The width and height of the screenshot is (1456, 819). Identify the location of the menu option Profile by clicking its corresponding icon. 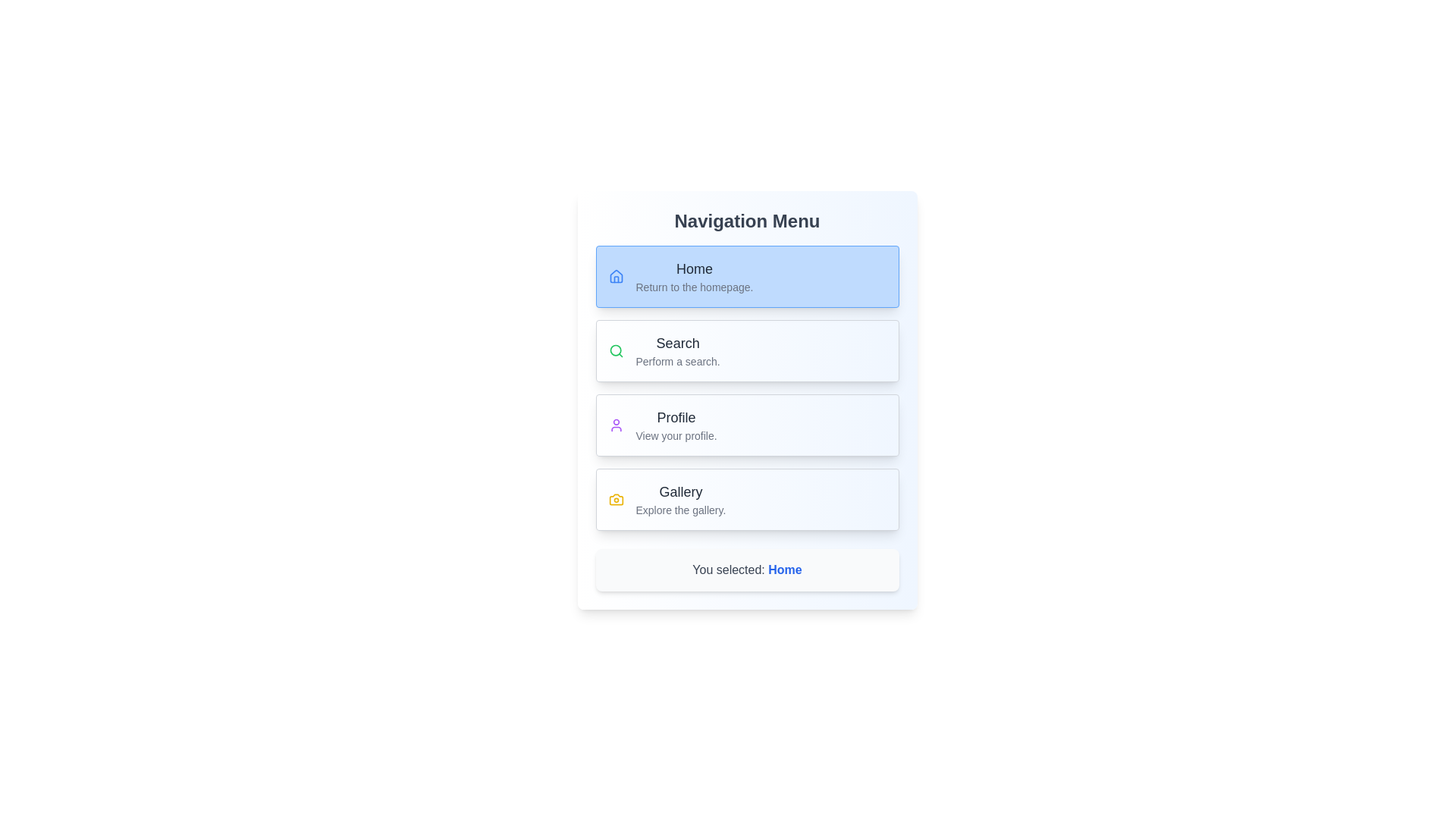
(616, 425).